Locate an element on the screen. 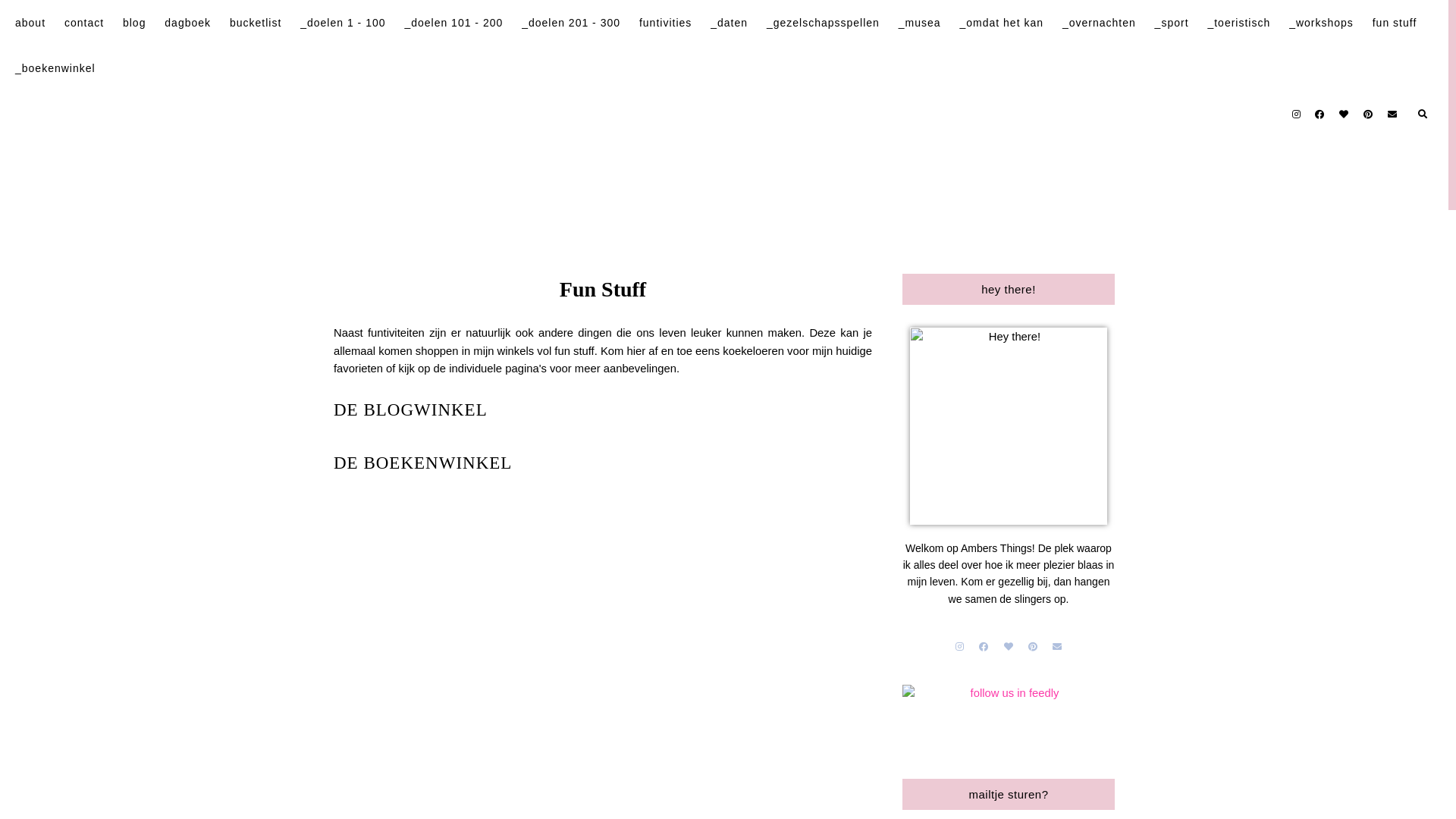 The width and height of the screenshot is (1456, 819). 'contact' is located at coordinates (83, 23).